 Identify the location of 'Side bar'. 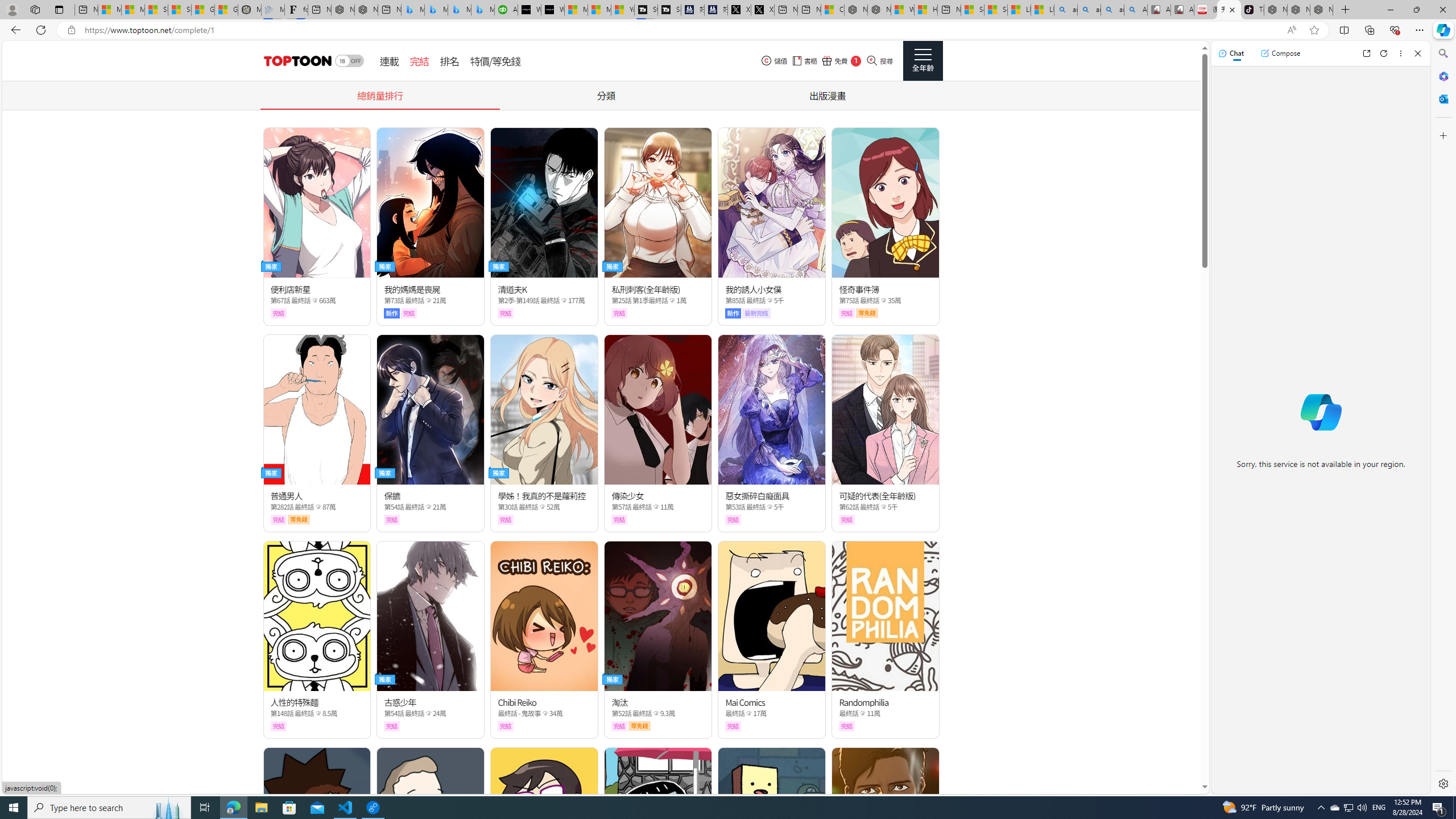
(1443, 418).